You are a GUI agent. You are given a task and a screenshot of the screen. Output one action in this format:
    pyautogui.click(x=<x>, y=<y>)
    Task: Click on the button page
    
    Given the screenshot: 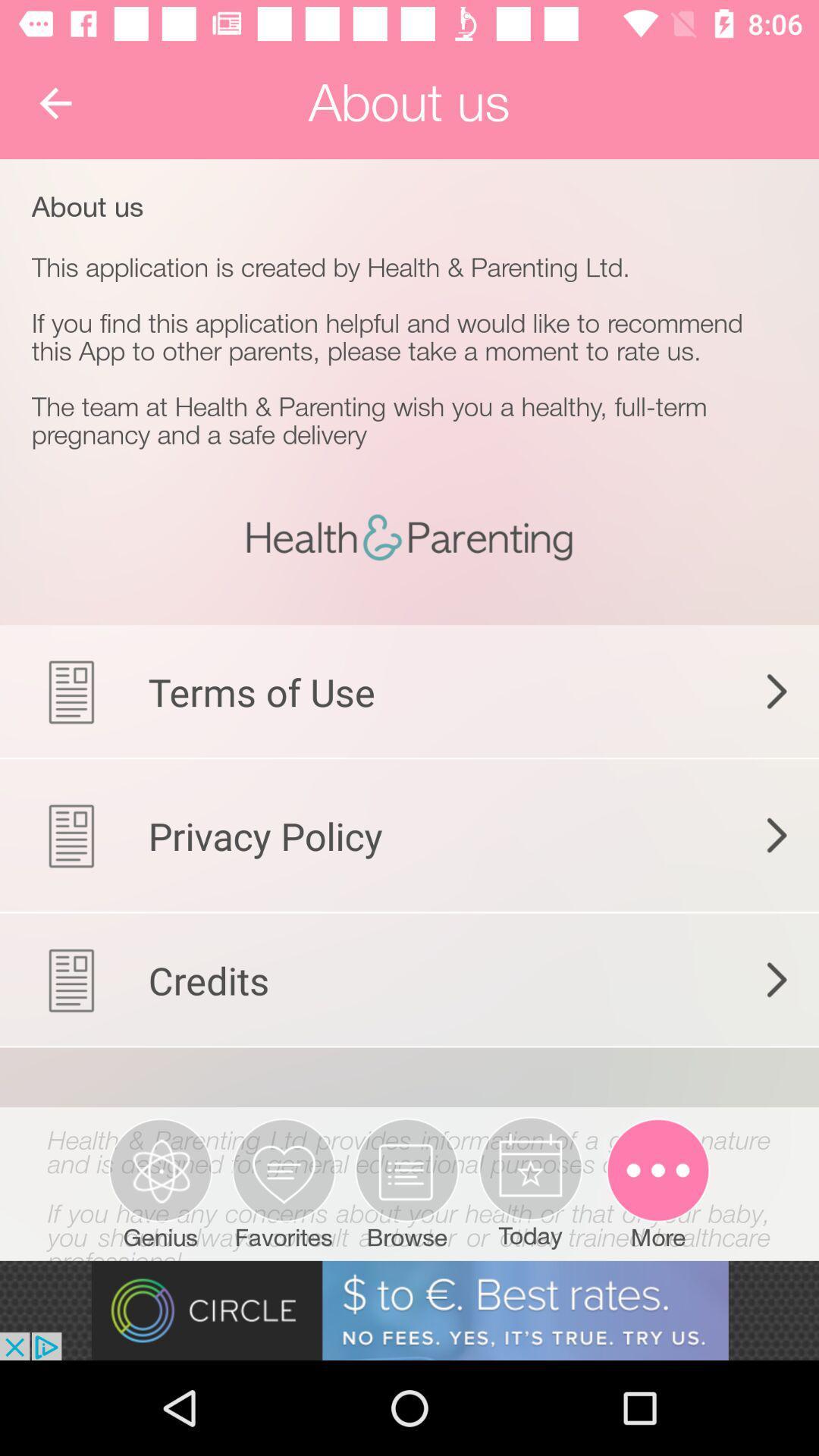 What is the action you would take?
    pyautogui.click(x=409, y=1163)
    